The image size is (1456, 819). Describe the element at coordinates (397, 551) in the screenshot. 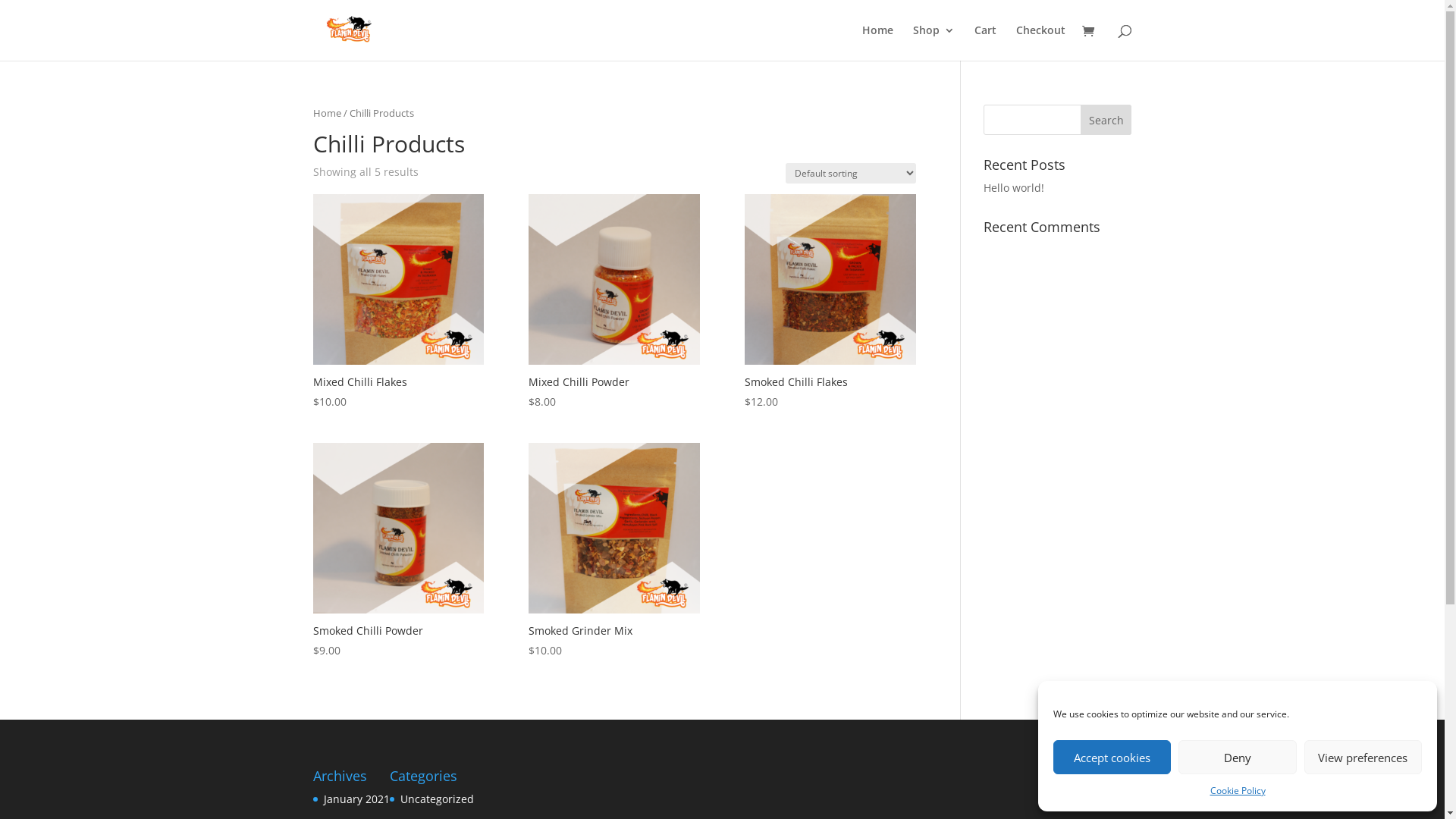

I see `'Smoked Chilli Powder` at that location.